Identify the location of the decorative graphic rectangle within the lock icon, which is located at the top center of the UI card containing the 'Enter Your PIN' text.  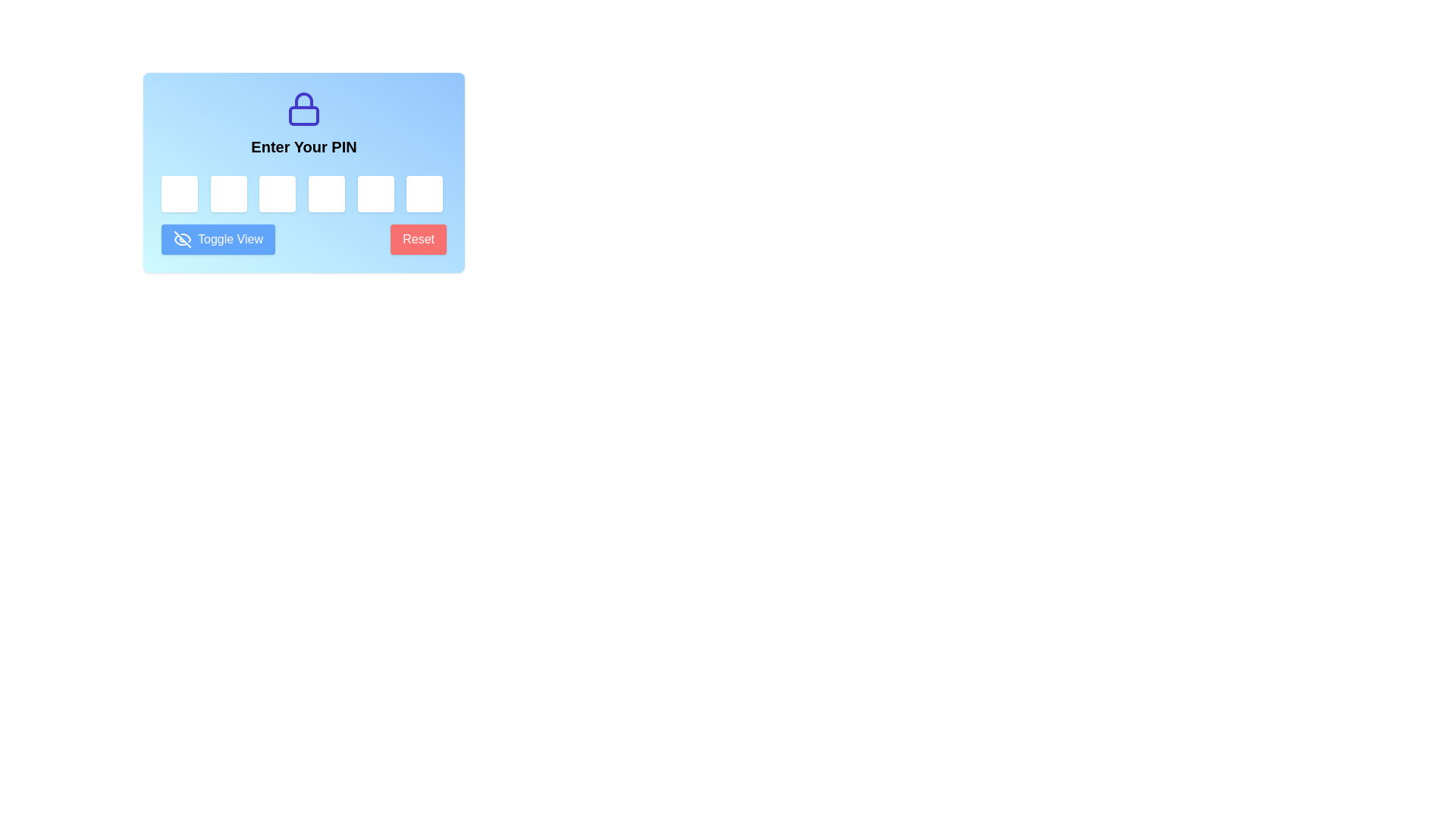
(303, 115).